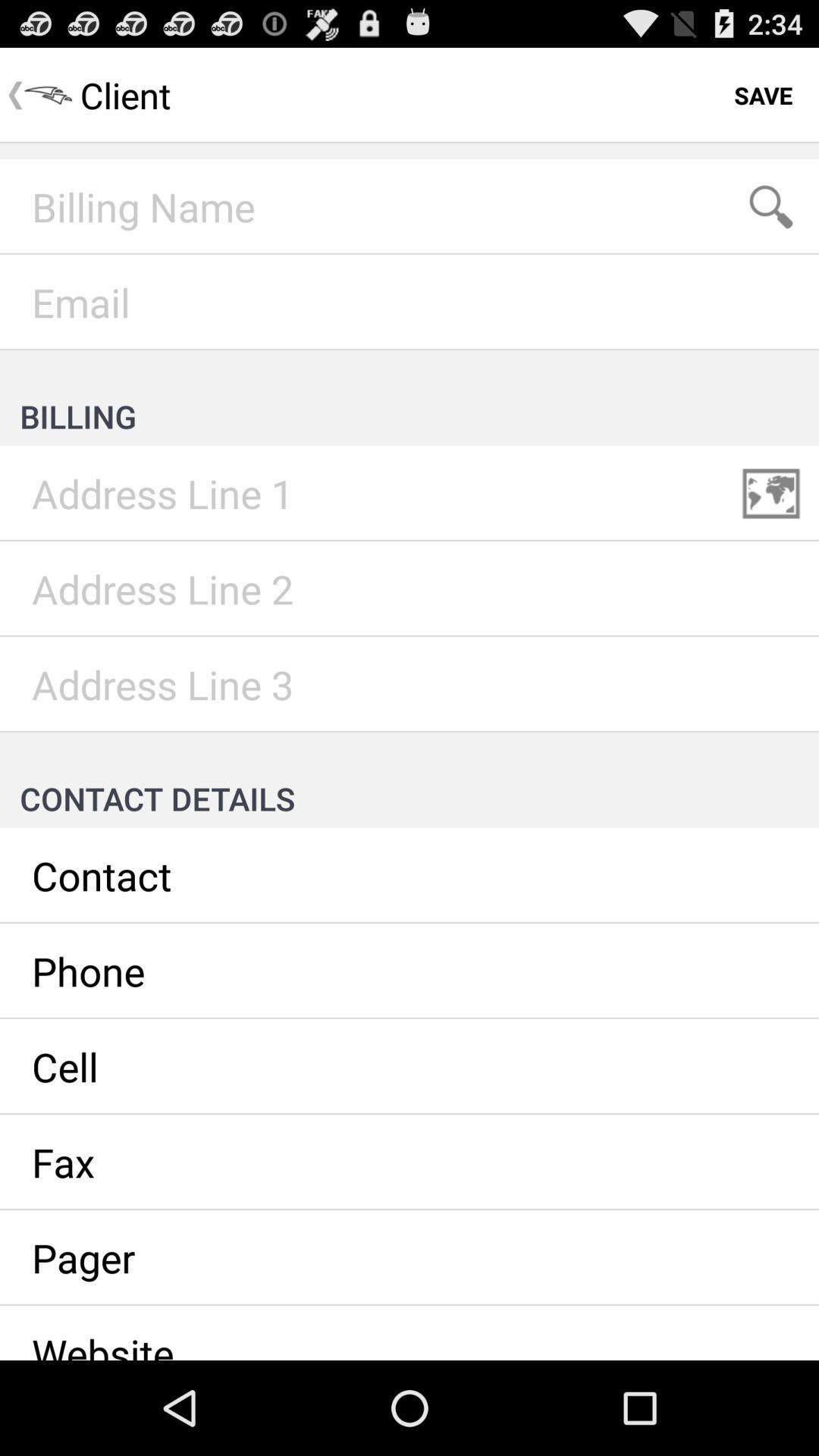  I want to click on contact details fax, so click(409, 1161).